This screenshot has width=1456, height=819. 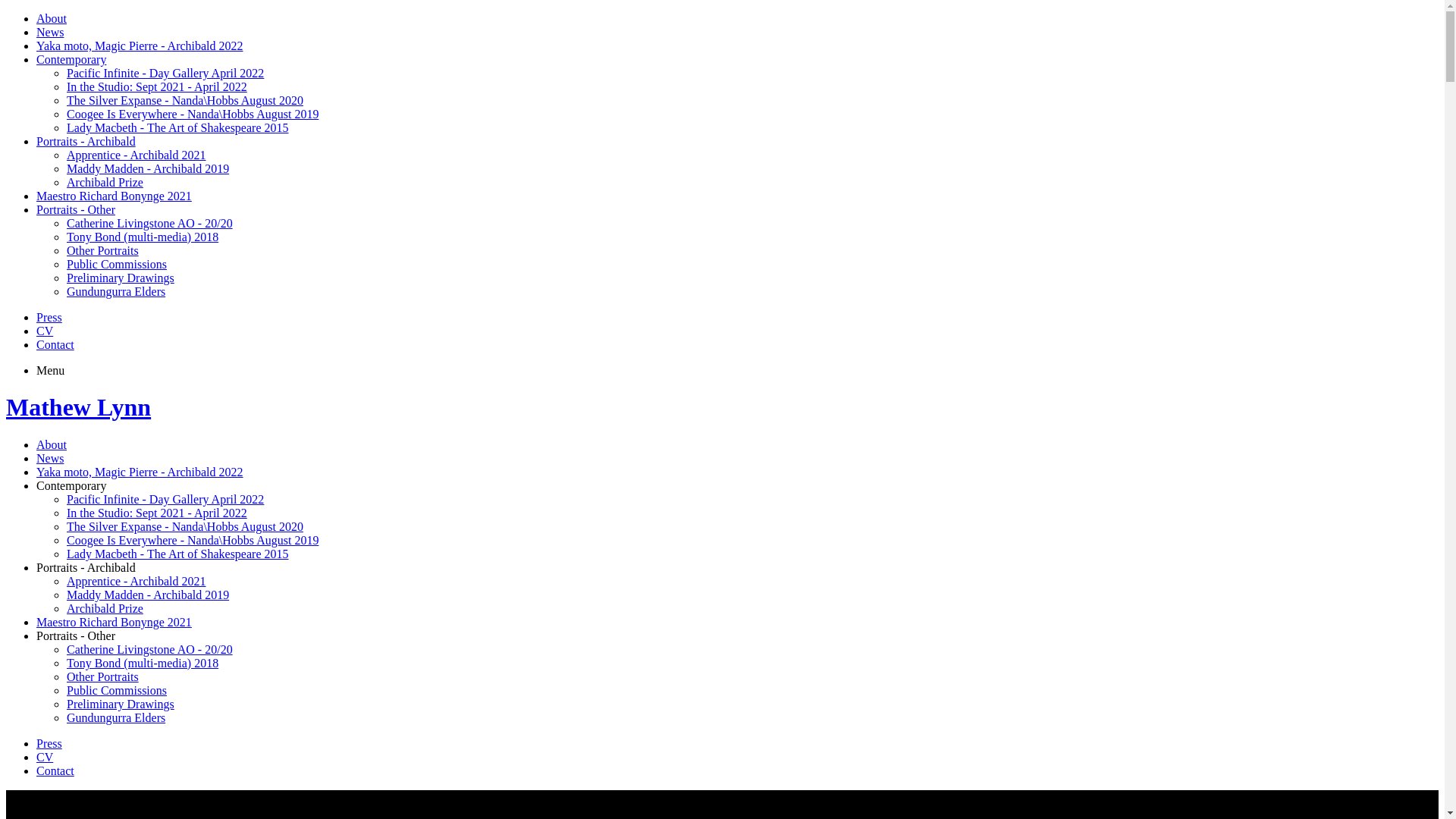 What do you see at coordinates (85, 141) in the screenshot?
I see `'Portraits - Archibald'` at bounding box center [85, 141].